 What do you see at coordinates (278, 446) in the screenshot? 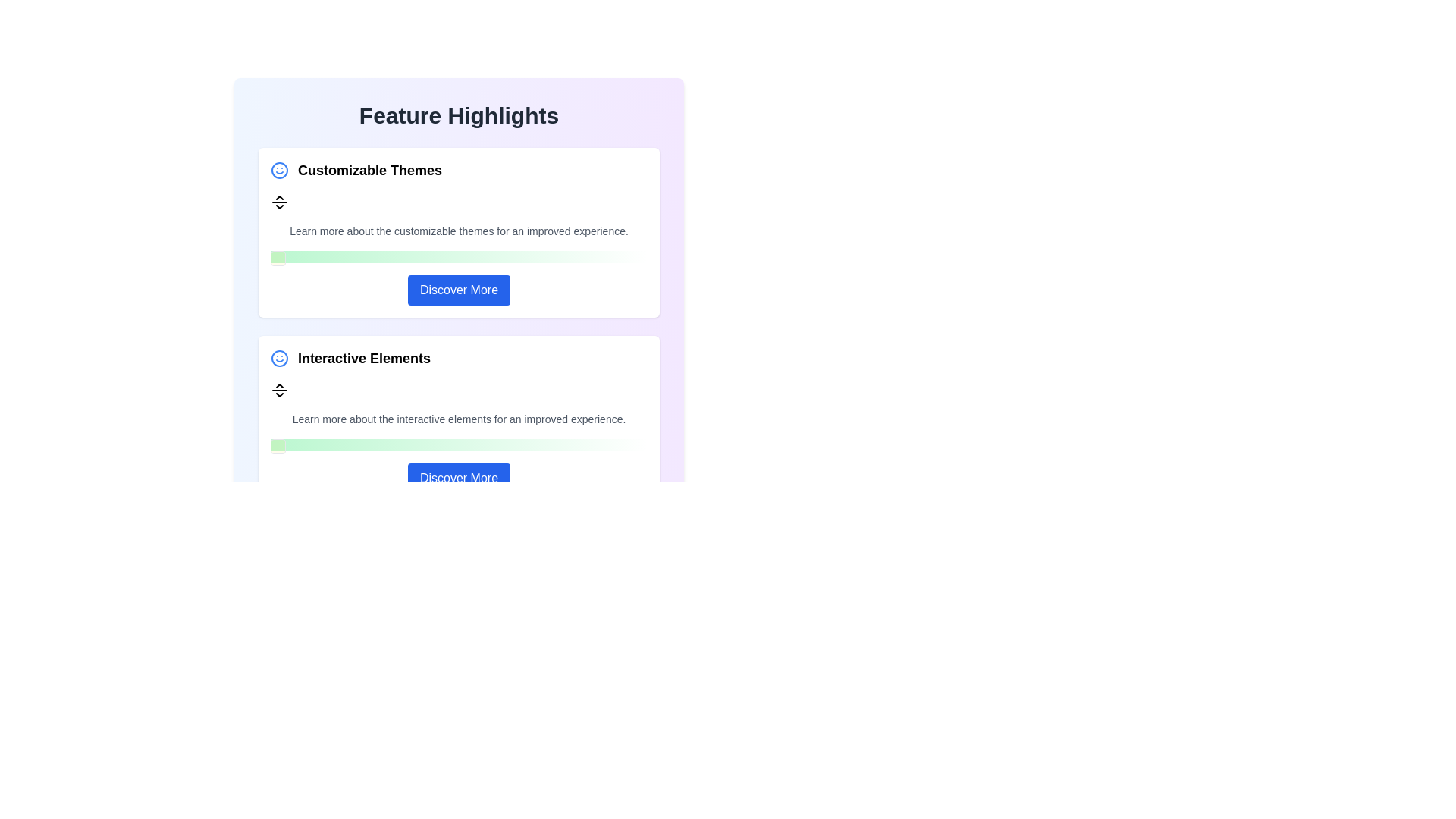
I see `the Progress Bar Marker located at the starting point of the horizontal green progress bar in the 'Interactive Elements' section` at bounding box center [278, 446].